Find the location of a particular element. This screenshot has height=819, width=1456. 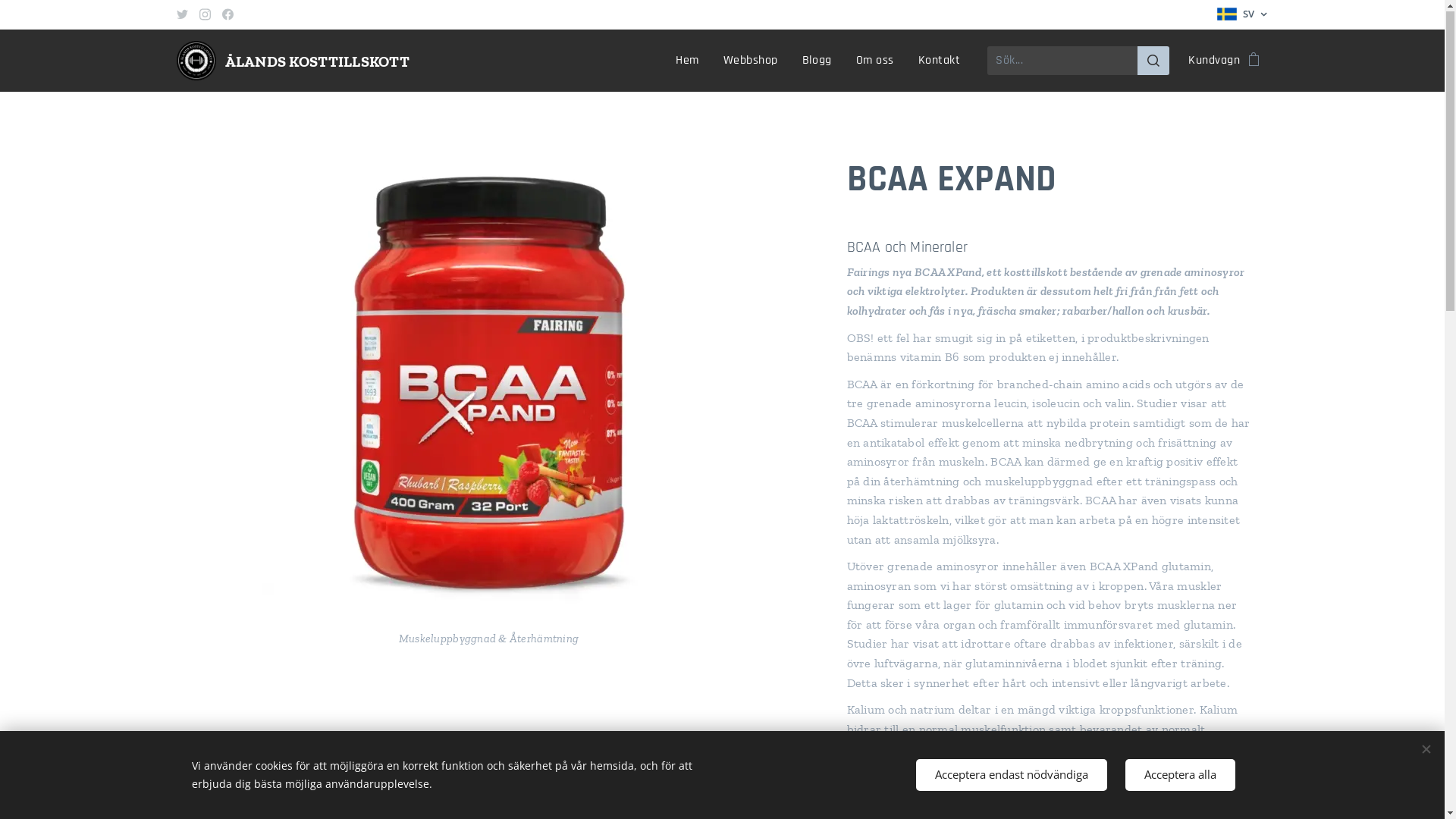

'Twitter' is located at coordinates (182, 14).